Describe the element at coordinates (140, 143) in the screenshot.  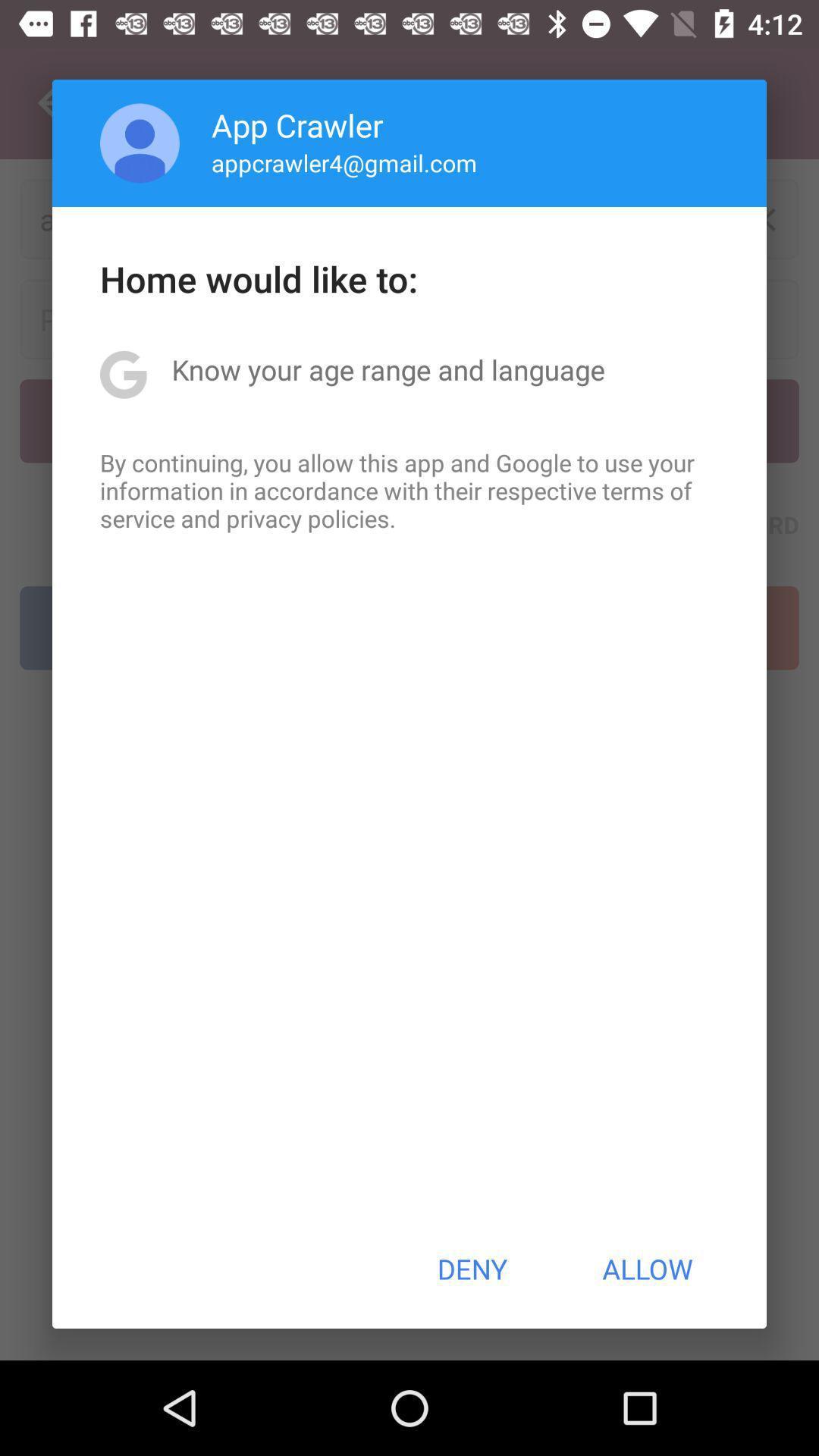
I see `the item above home would like` at that location.